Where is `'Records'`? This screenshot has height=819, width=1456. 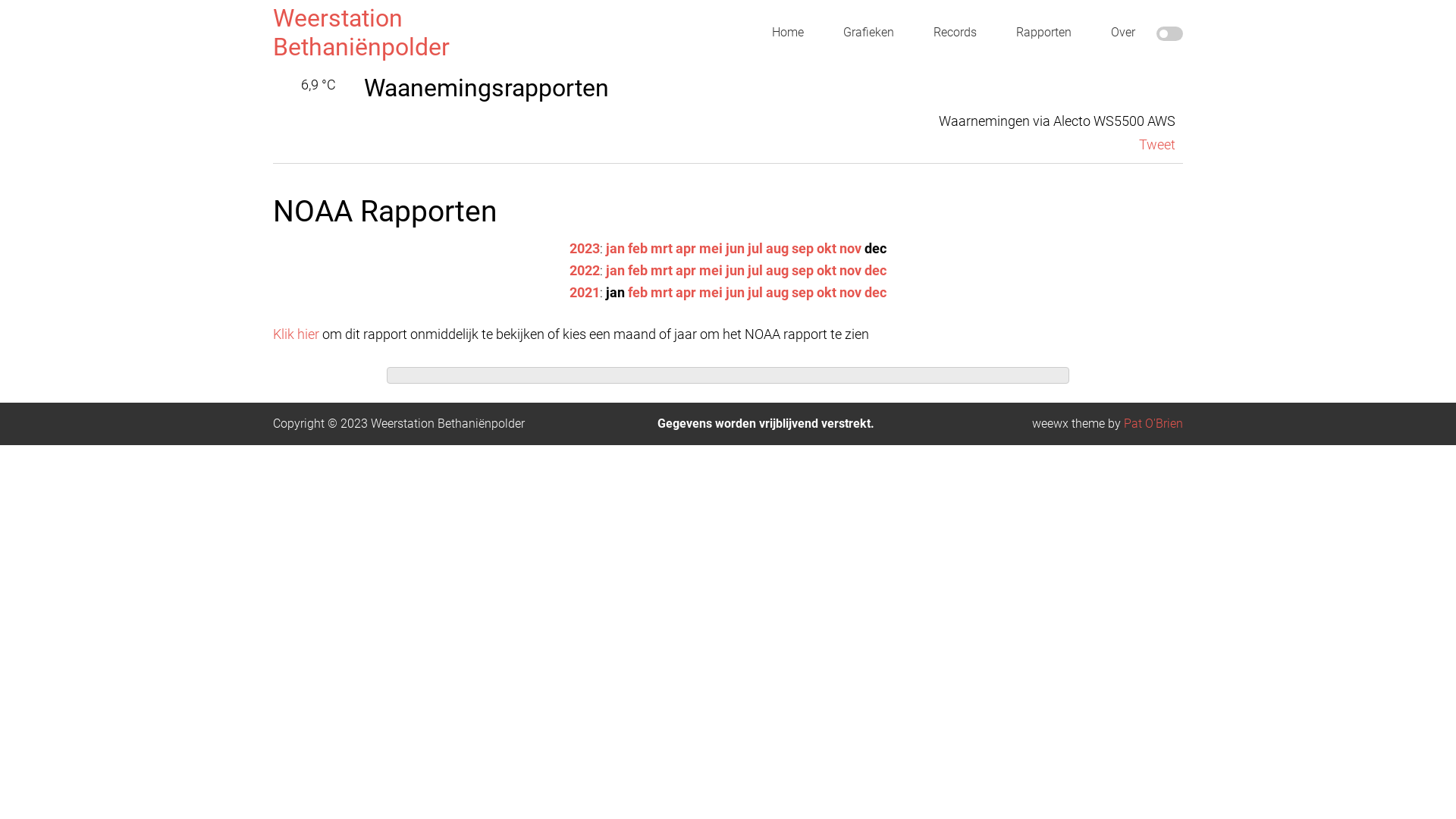 'Records' is located at coordinates (954, 32).